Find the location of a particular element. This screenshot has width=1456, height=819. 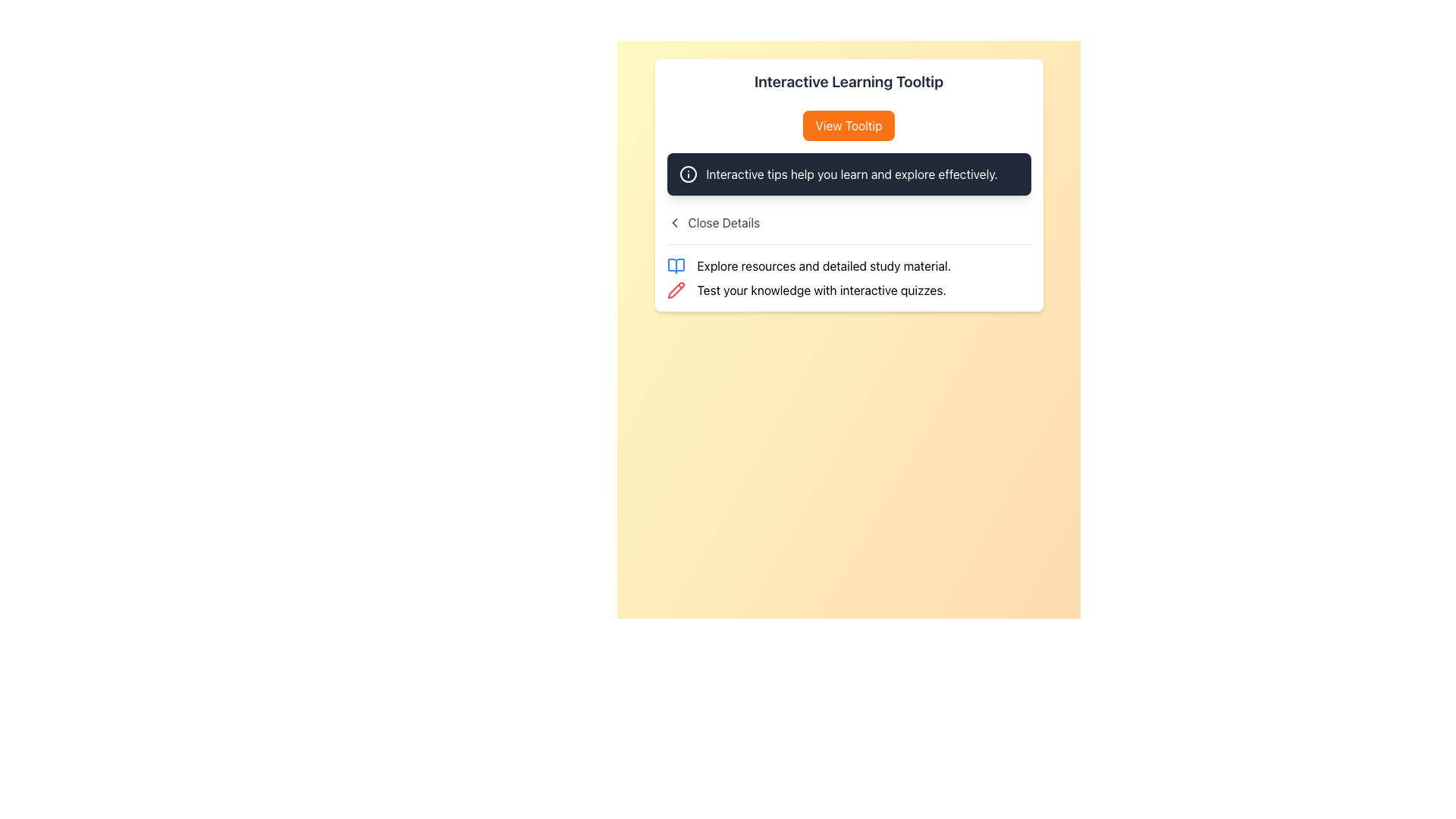

the Informational Text Section with Icons to read detailed content located below the title 'Close Details' is located at coordinates (848, 271).